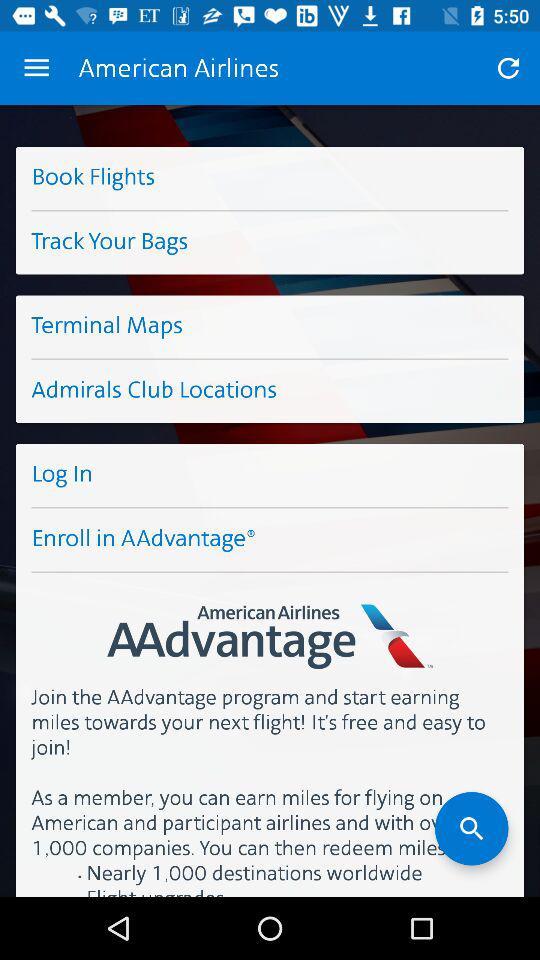  I want to click on the button below the button book flights on the web page, so click(270, 242).